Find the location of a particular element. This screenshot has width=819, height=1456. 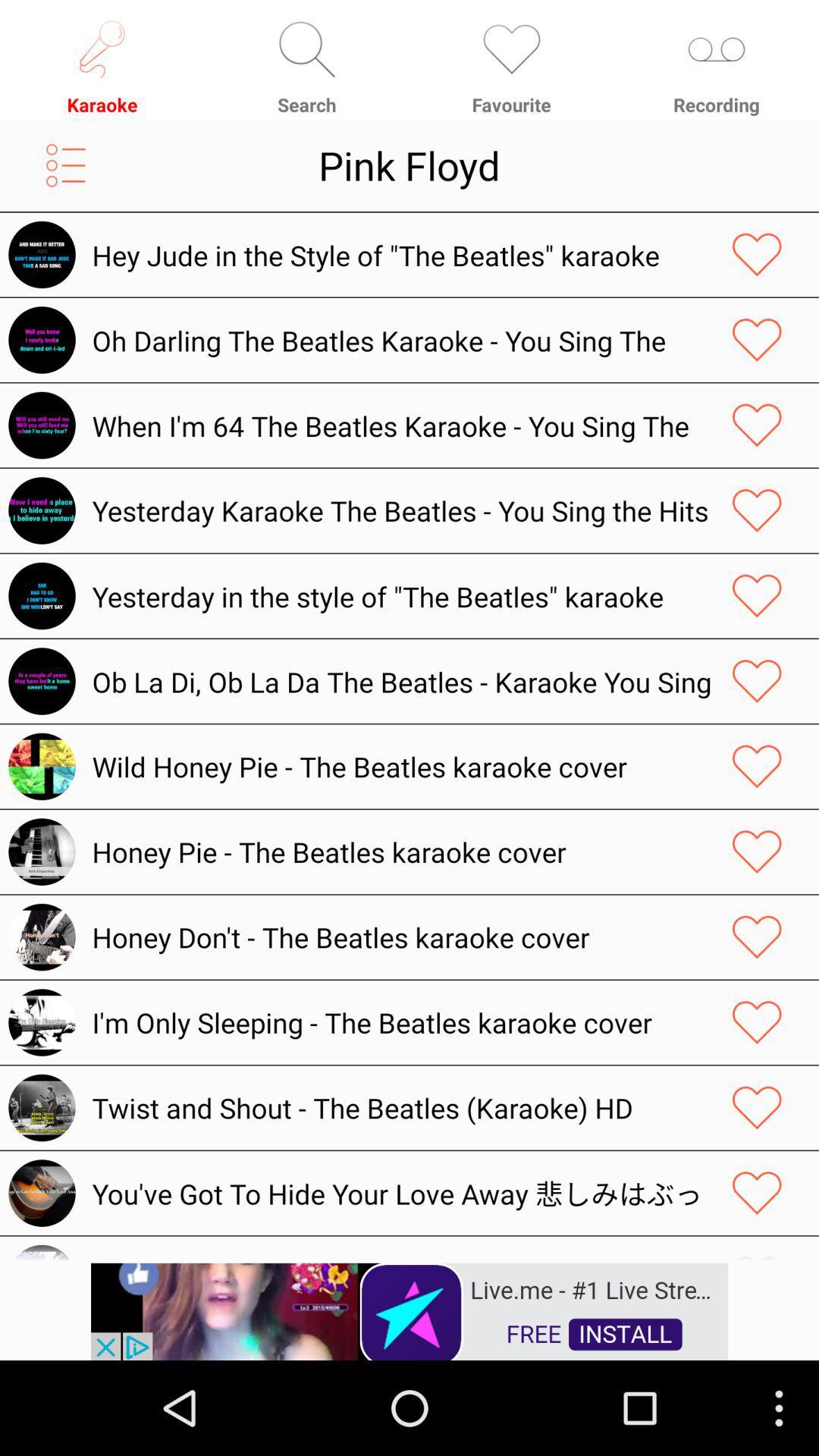

love is located at coordinates (757, 767).